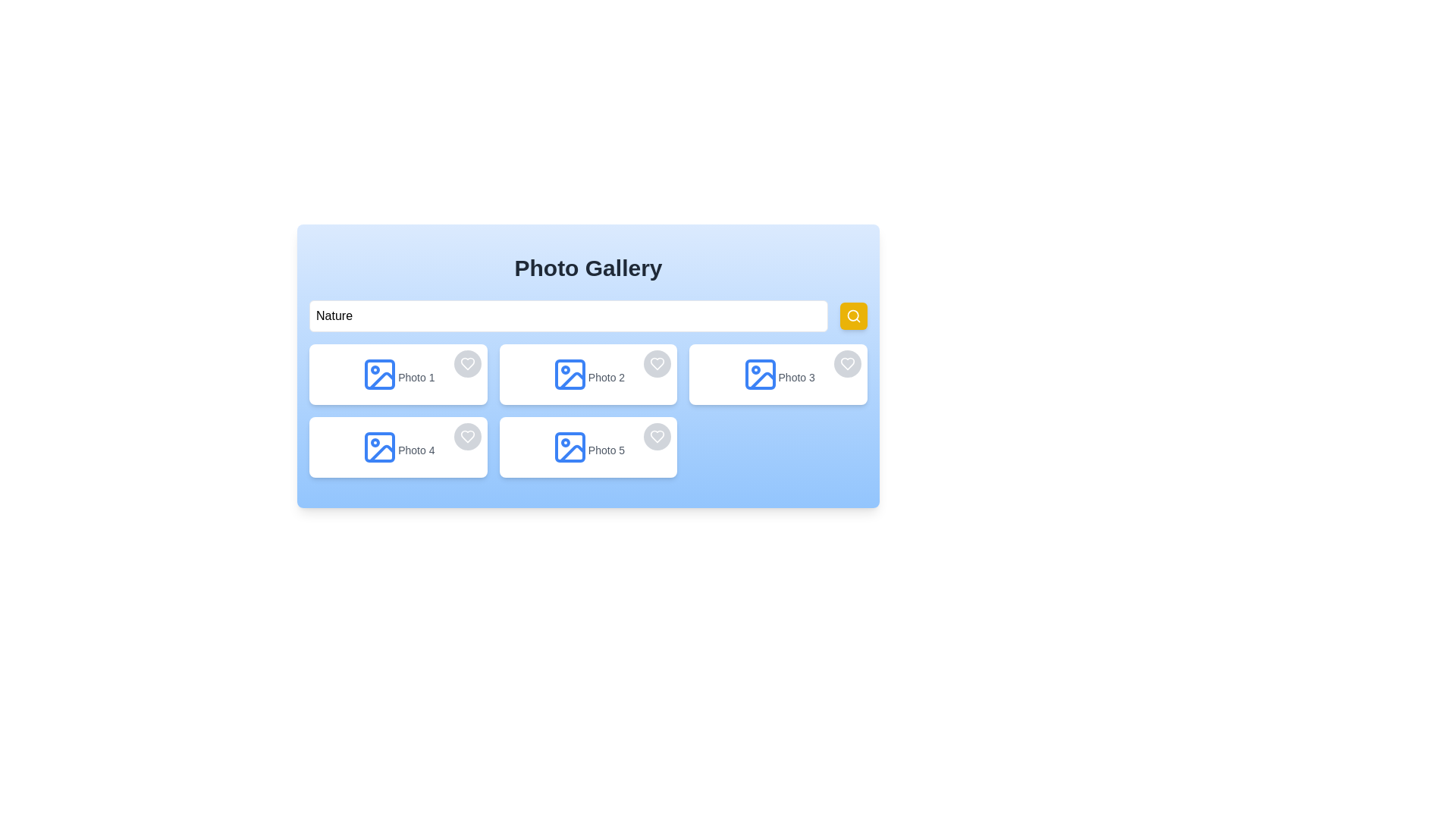 The height and width of the screenshot is (819, 1456). Describe the element at coordinates (657, 436) in the screenshot. I see `the heart-shaped icon button styled as a minimalistic outline, located at the top-right corner of the card labeled 'Photo 5', to like the photo` at that location.